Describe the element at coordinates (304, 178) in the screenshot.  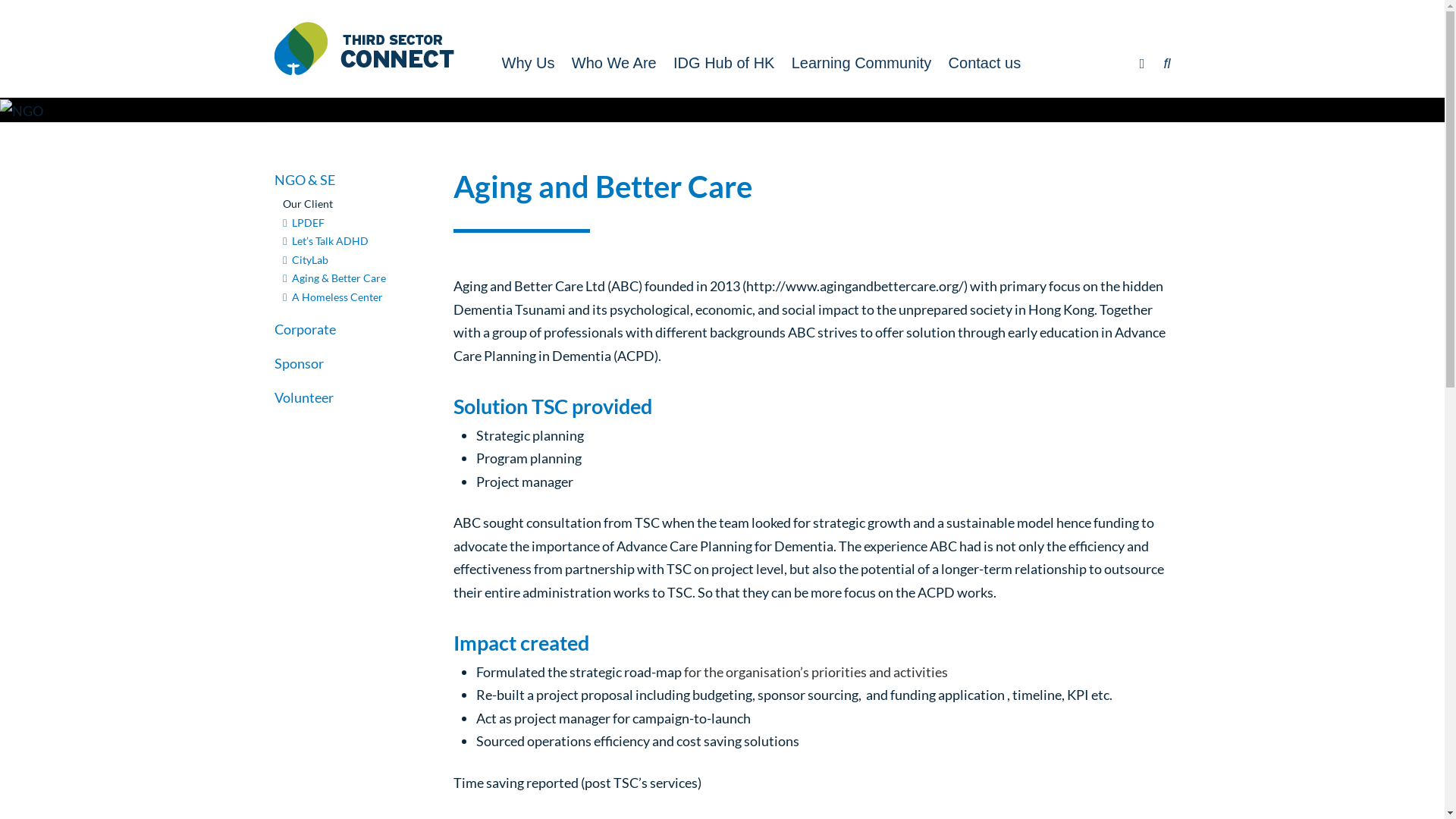
I see `'NGO & SE'` at that location.